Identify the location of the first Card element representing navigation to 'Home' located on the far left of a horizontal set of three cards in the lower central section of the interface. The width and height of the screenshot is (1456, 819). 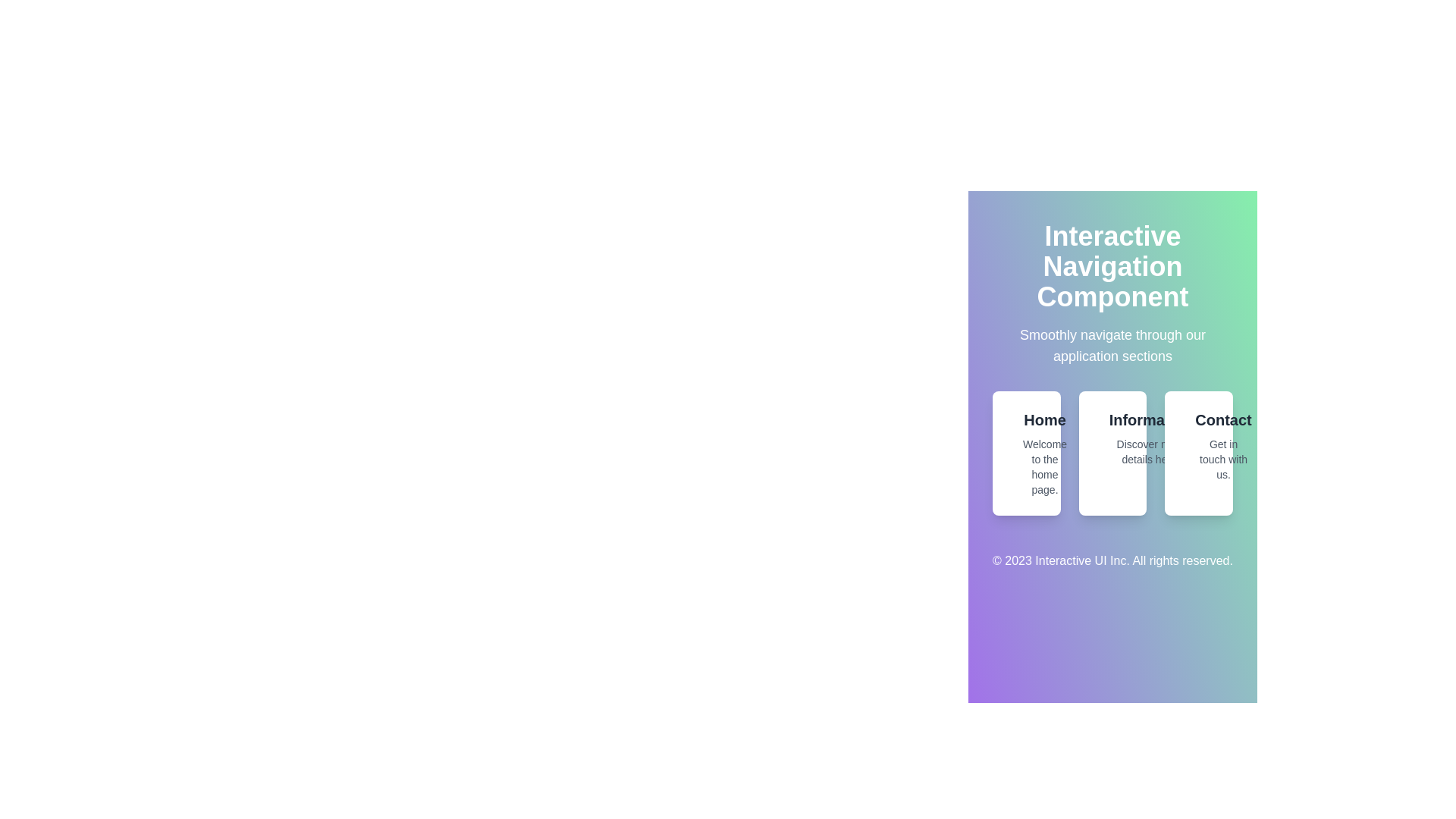
(1026, 452).